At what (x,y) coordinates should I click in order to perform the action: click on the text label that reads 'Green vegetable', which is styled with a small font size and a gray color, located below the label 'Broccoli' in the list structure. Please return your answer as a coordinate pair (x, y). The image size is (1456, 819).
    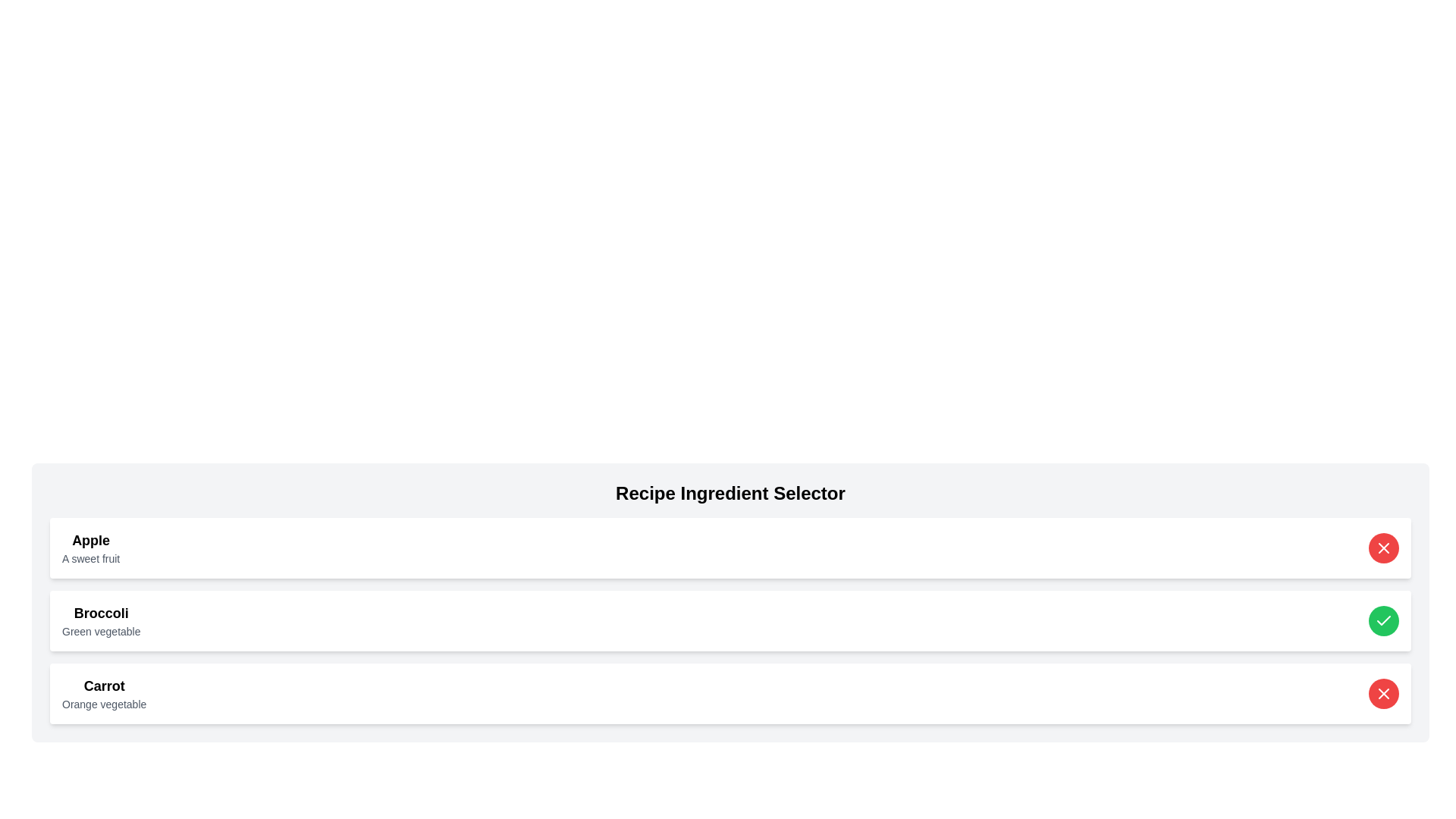
    Looking at the image, I should click on (100, 632).